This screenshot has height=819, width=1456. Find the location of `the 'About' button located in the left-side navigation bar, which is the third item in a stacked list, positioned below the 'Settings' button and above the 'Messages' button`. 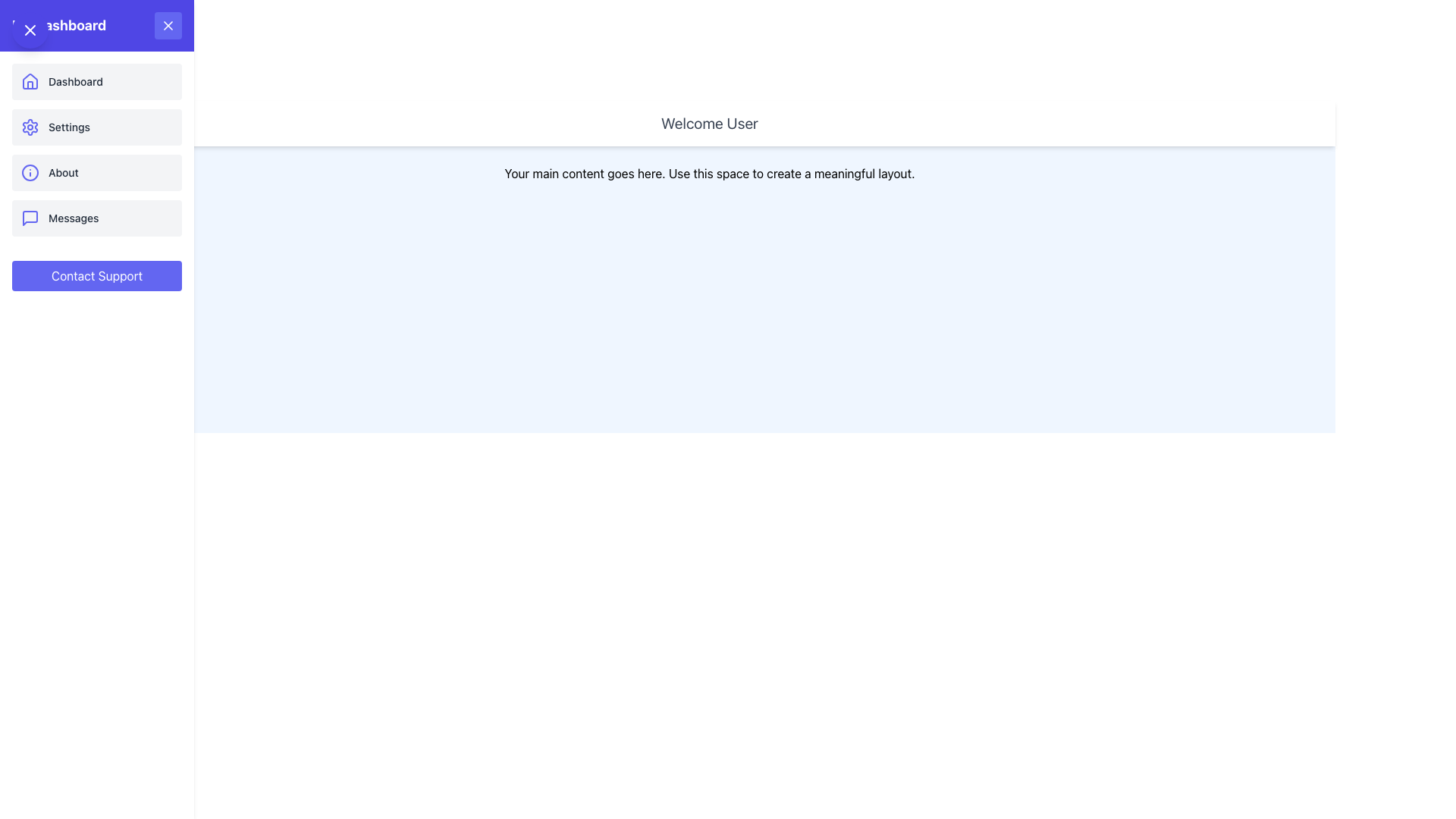

the 'About' button located in the left-side navigation bar, which is the third item in a stacked list, positioned below the 'Settings' button and above the 'Messages' button is located at coordinates (96, 171).